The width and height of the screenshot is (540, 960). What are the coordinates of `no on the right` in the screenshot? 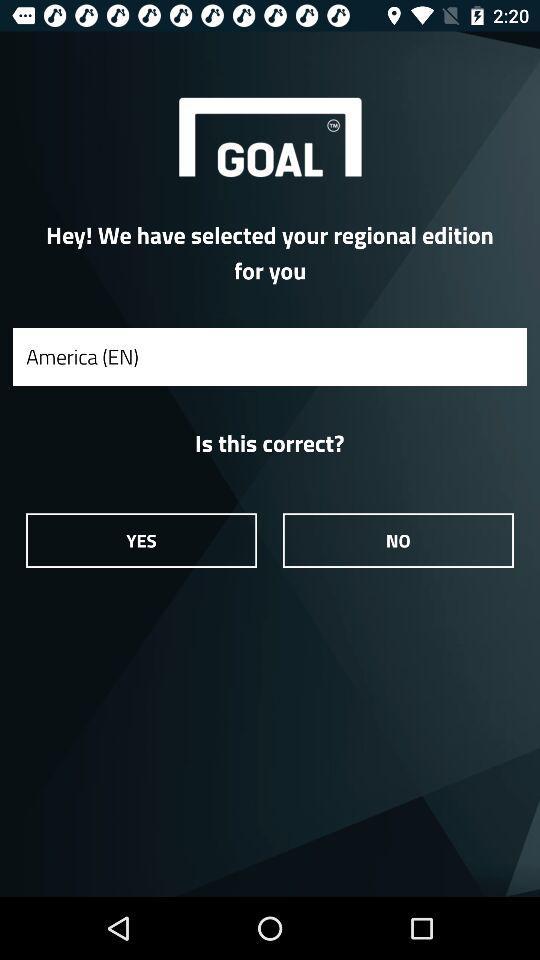 It's located at (398, 539).